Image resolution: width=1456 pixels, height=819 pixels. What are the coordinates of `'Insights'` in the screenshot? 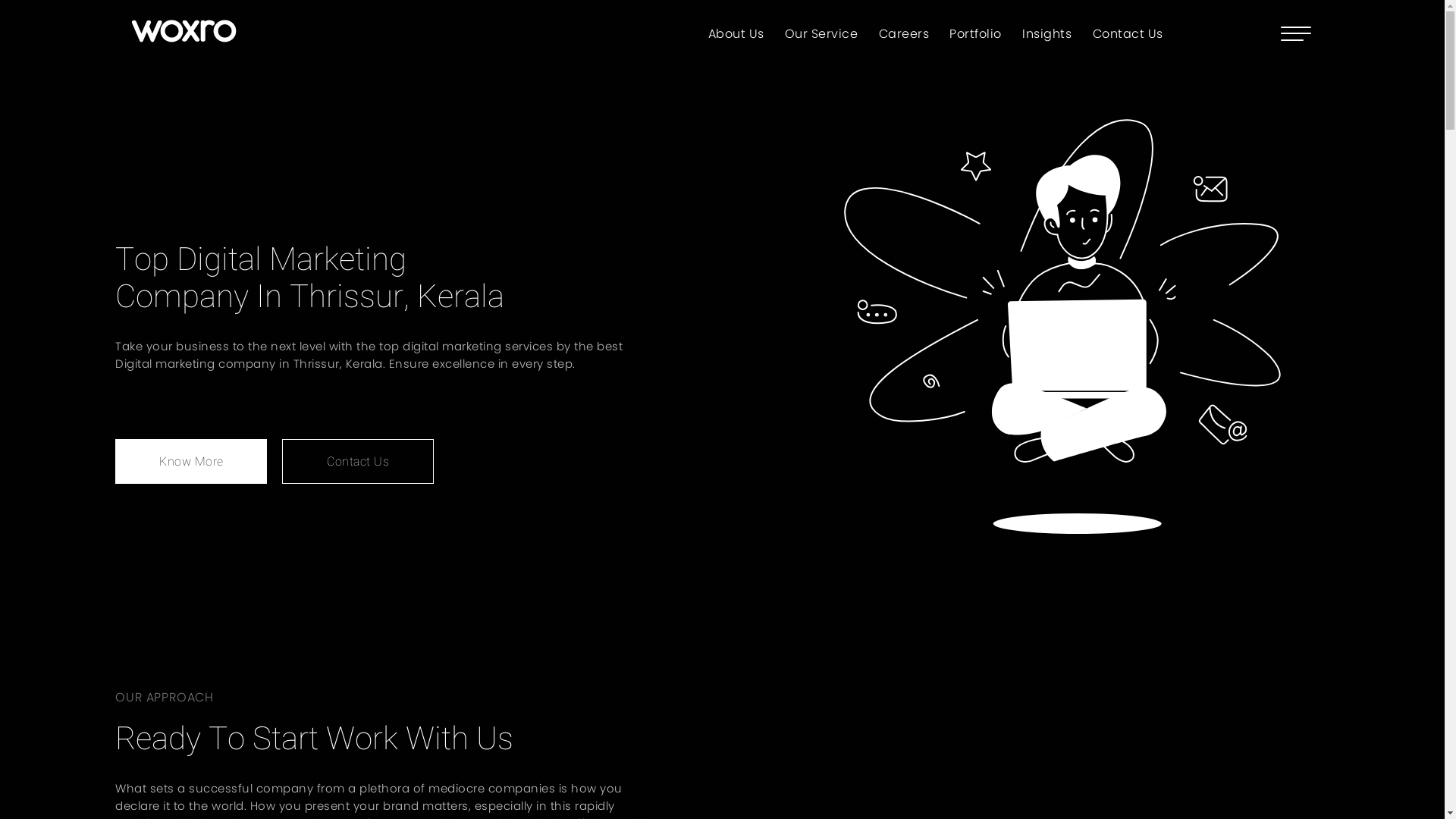 It's located at (1022, 33).